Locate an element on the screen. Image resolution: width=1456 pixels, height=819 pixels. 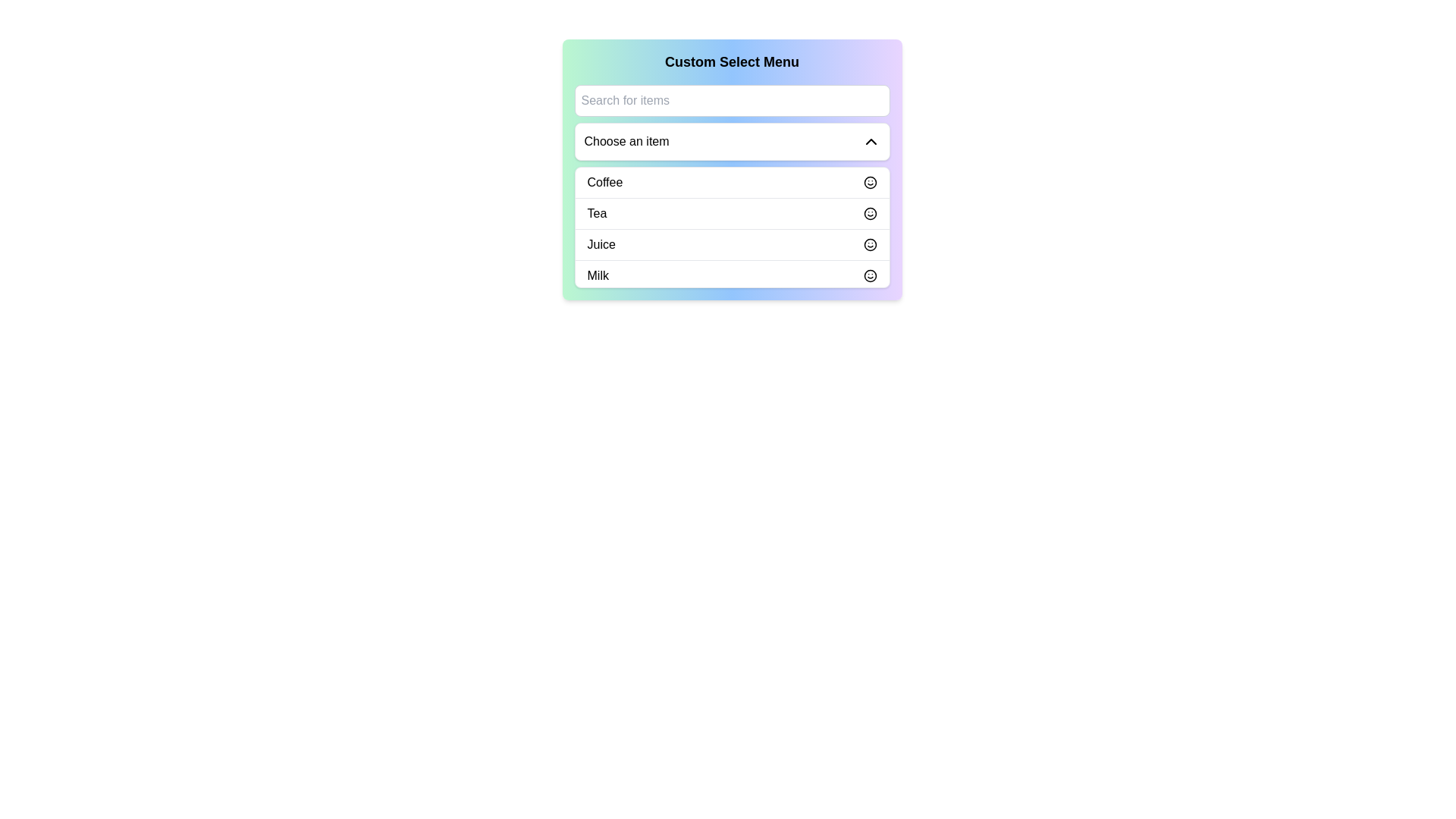
the circular smiley face icon located at the end of the 'Tea' row in the menu as a visual cue is located at coordinates (870, 213).